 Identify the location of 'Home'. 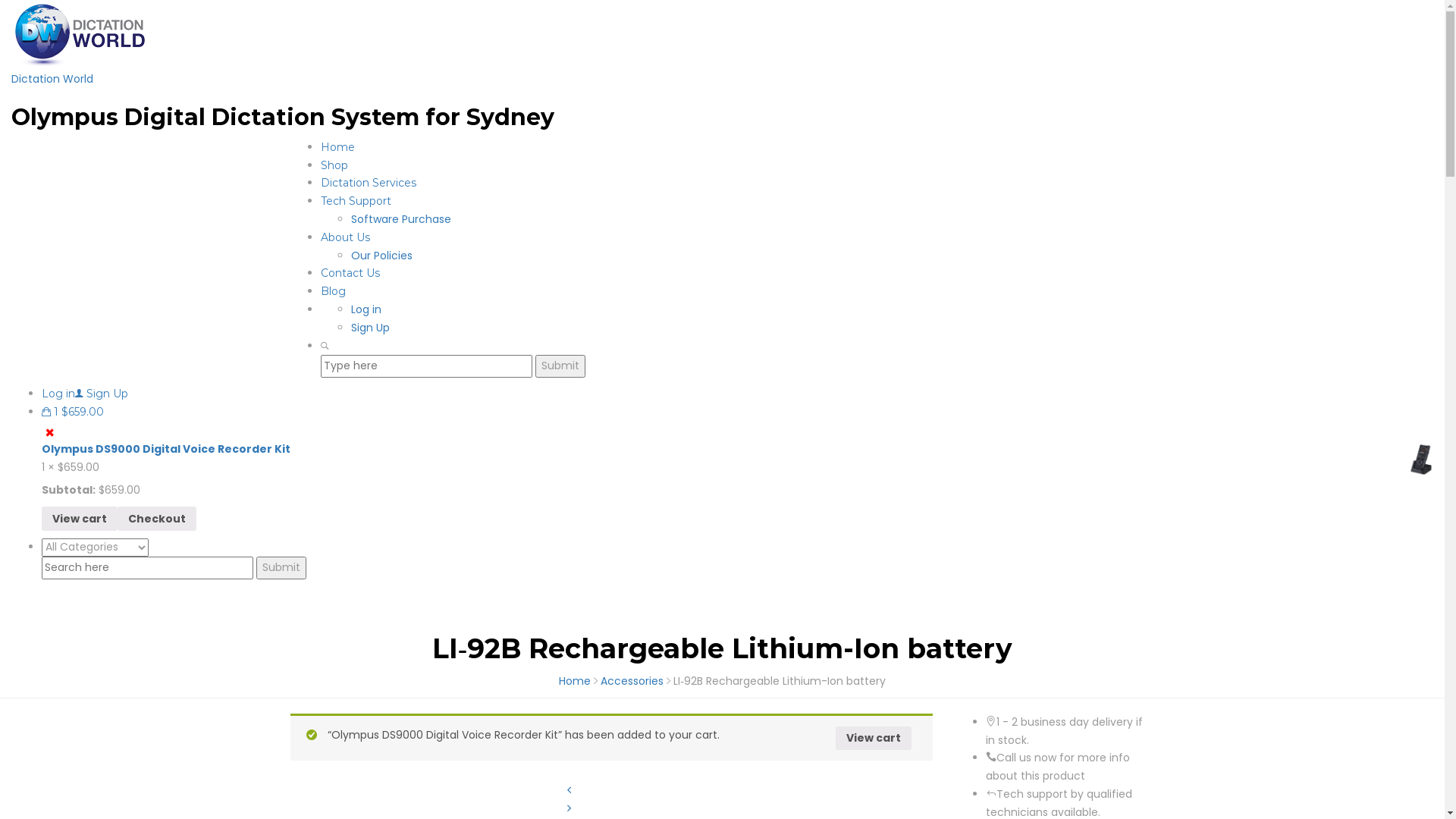
(336, 146).